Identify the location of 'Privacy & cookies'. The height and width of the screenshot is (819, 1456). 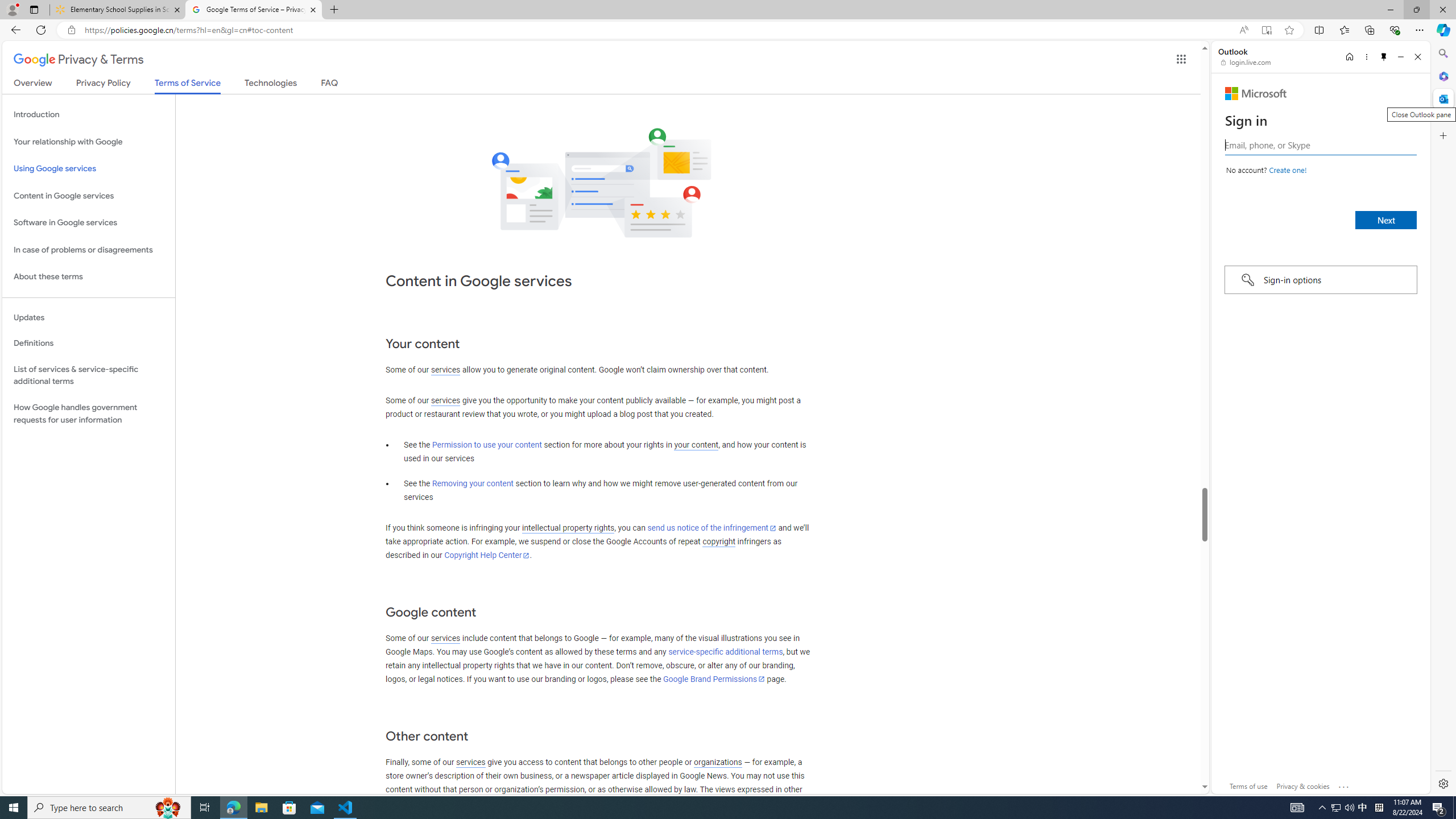
(1302, 785).